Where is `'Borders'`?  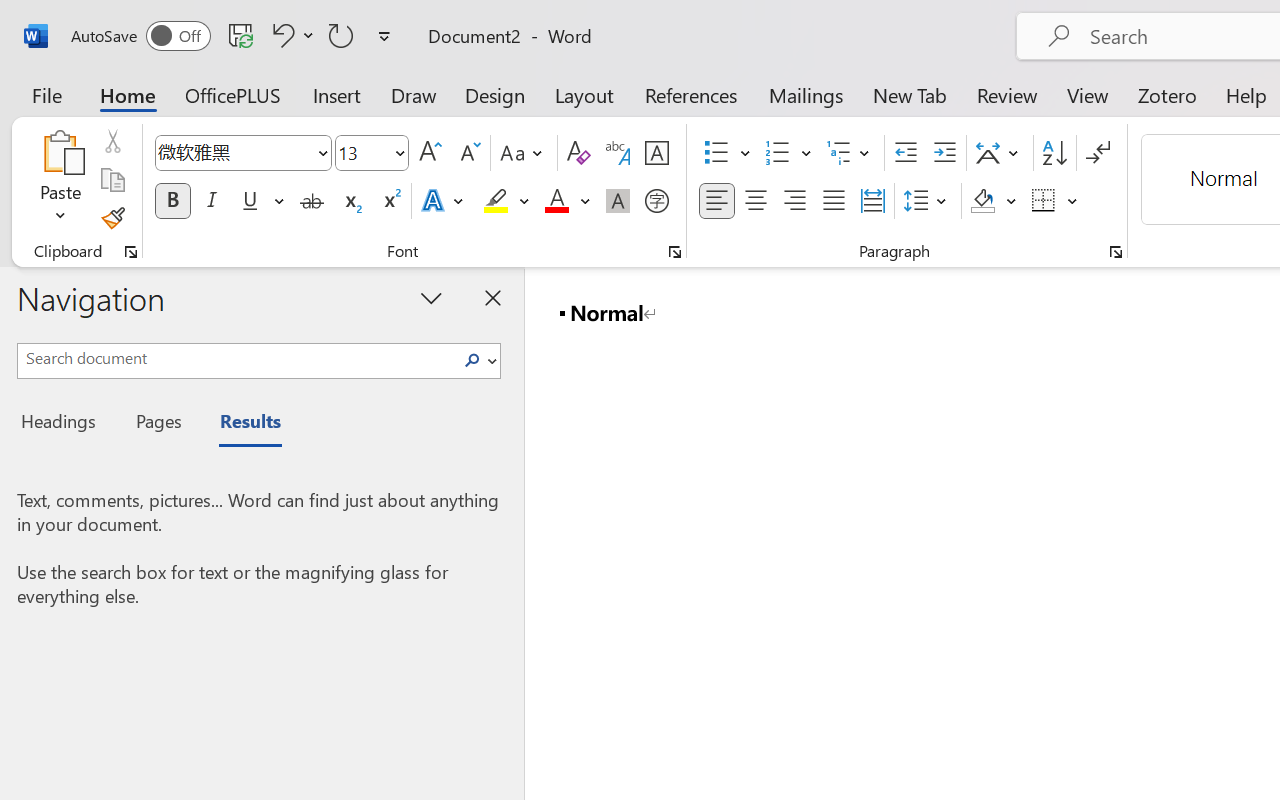 'Borders' is located at coordinates (1054, 201).